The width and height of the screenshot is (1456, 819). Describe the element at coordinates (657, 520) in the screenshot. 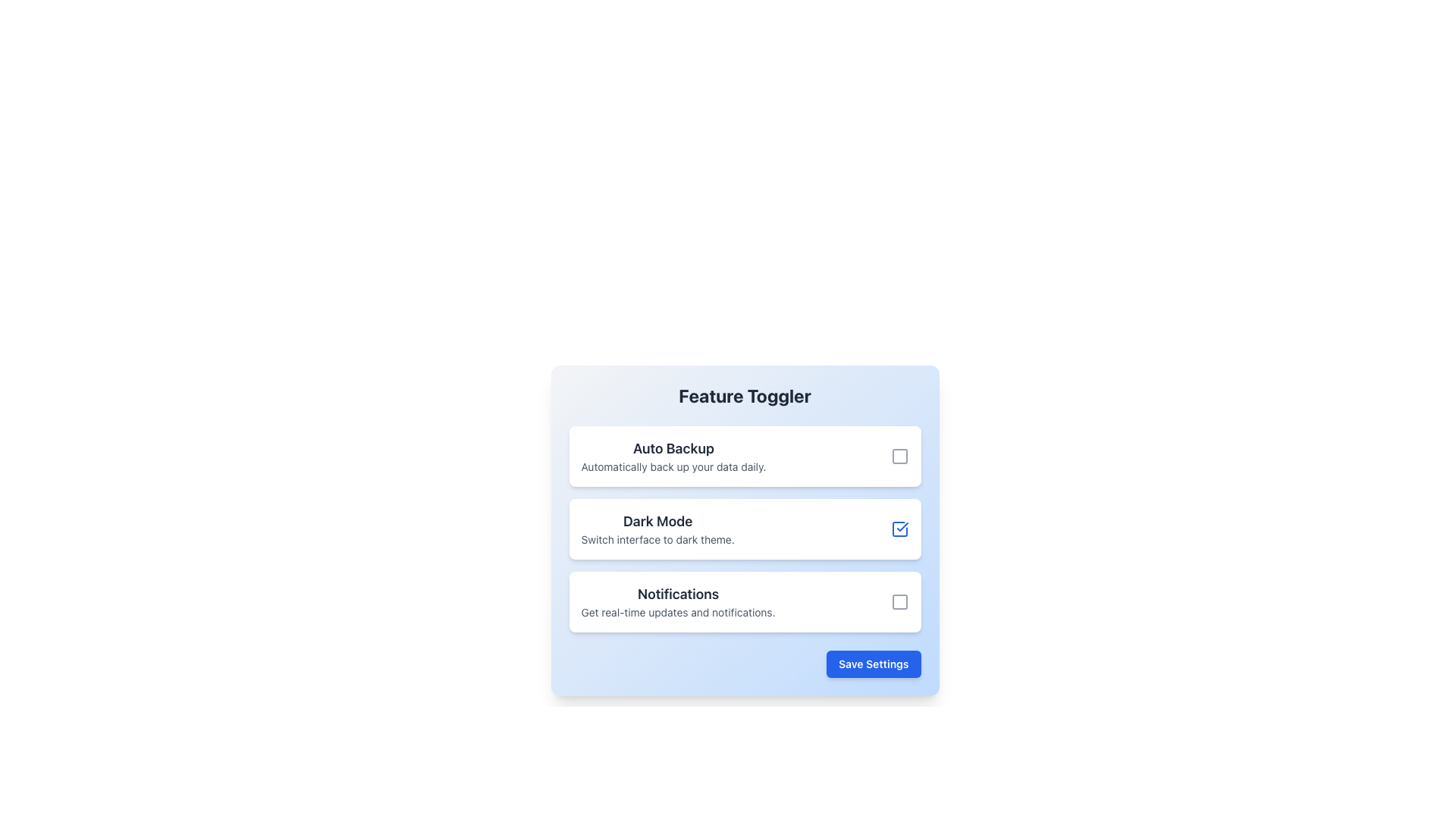

I see `the 'Dark Mode' label, which is a prominently displayed text label in bold and larger font size, styled with a dark gray color, positioned above the descriptive text 'Switch interface to dark theme' in the feature toggler interface` at that location.